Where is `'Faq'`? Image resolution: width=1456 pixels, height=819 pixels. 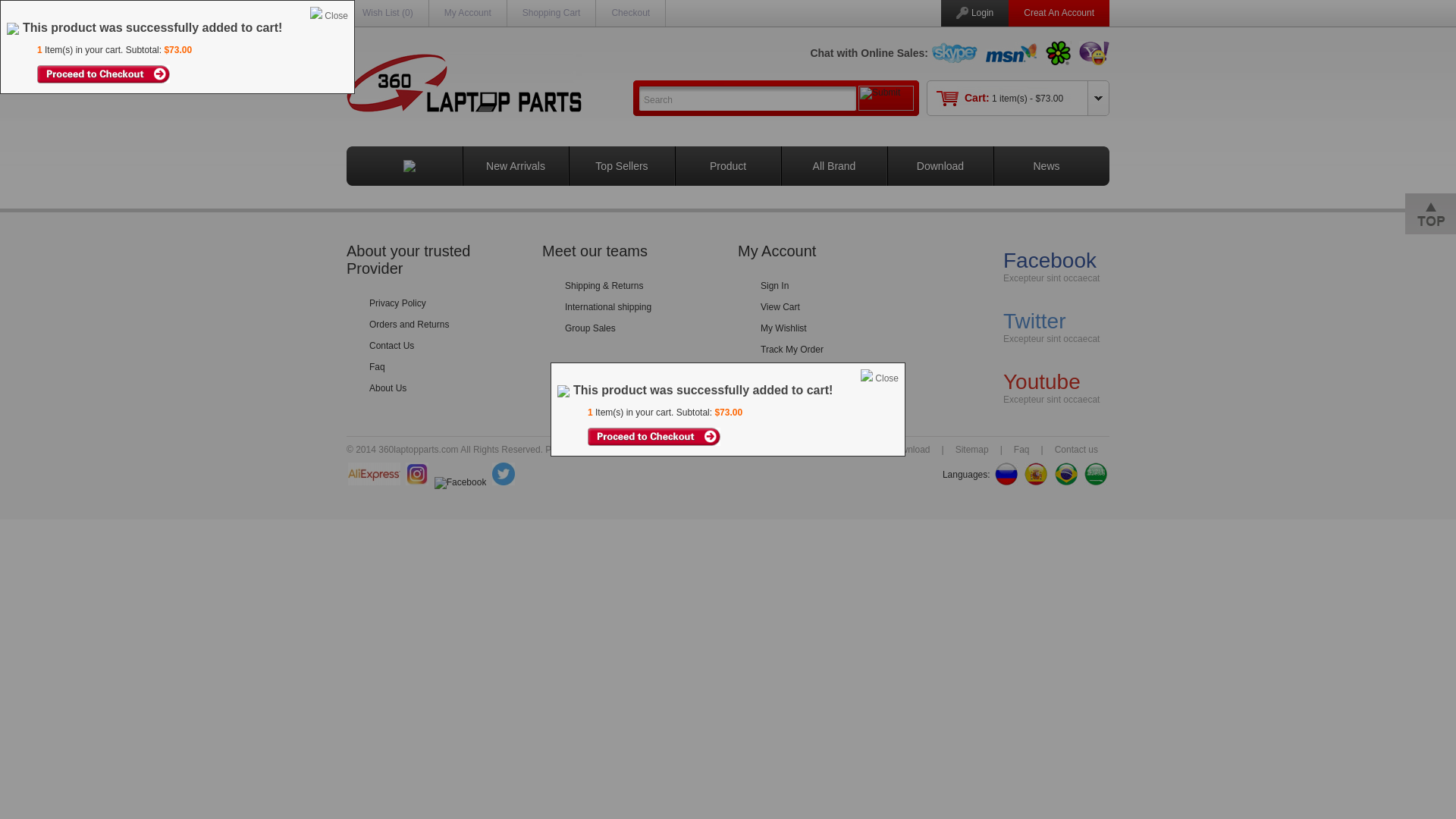
'Faq' is located at coordinates (369, 366).